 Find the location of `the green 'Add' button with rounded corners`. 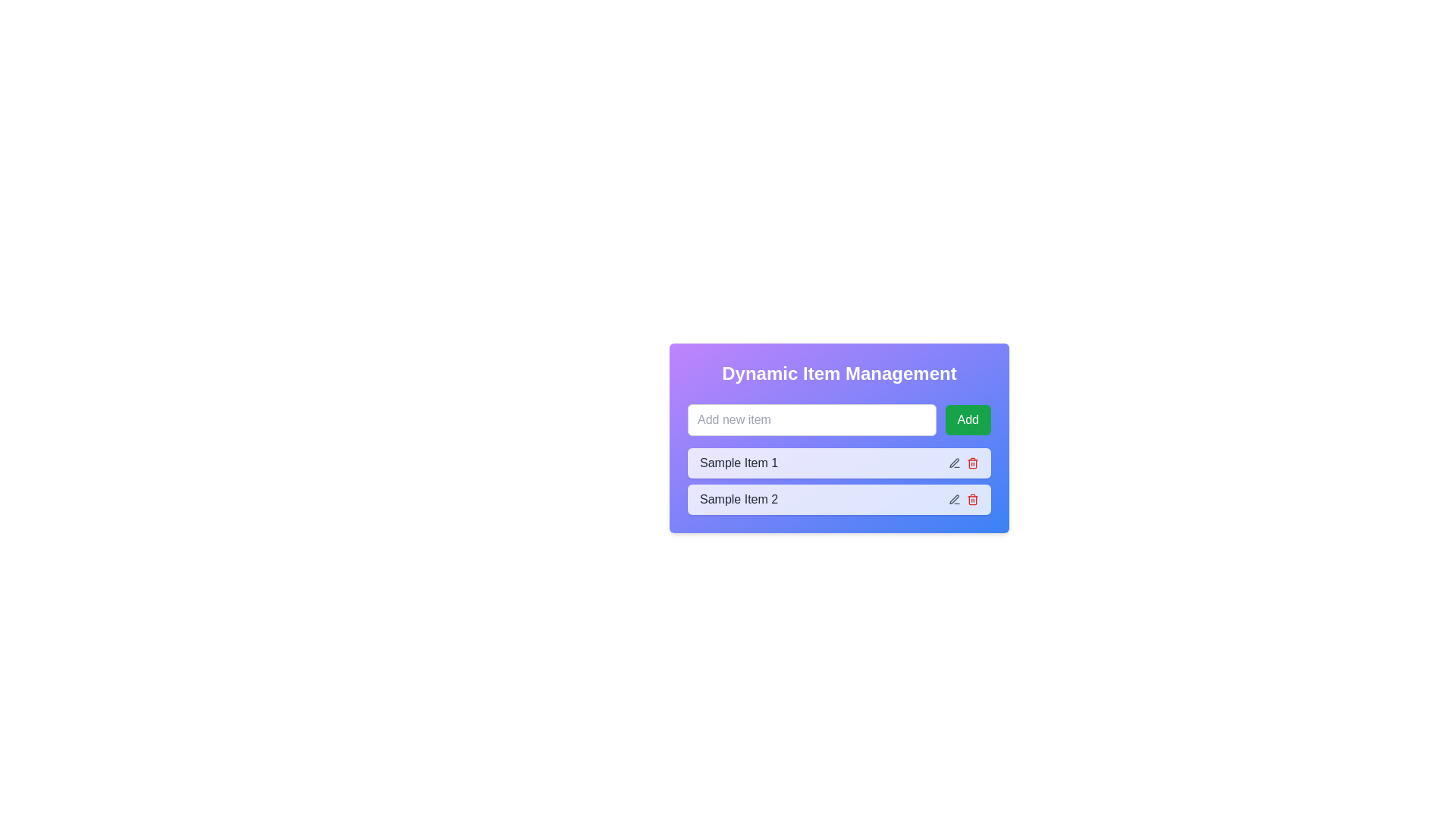

the green 'Add' button with rounded corners is located at coordinates (967, 420).